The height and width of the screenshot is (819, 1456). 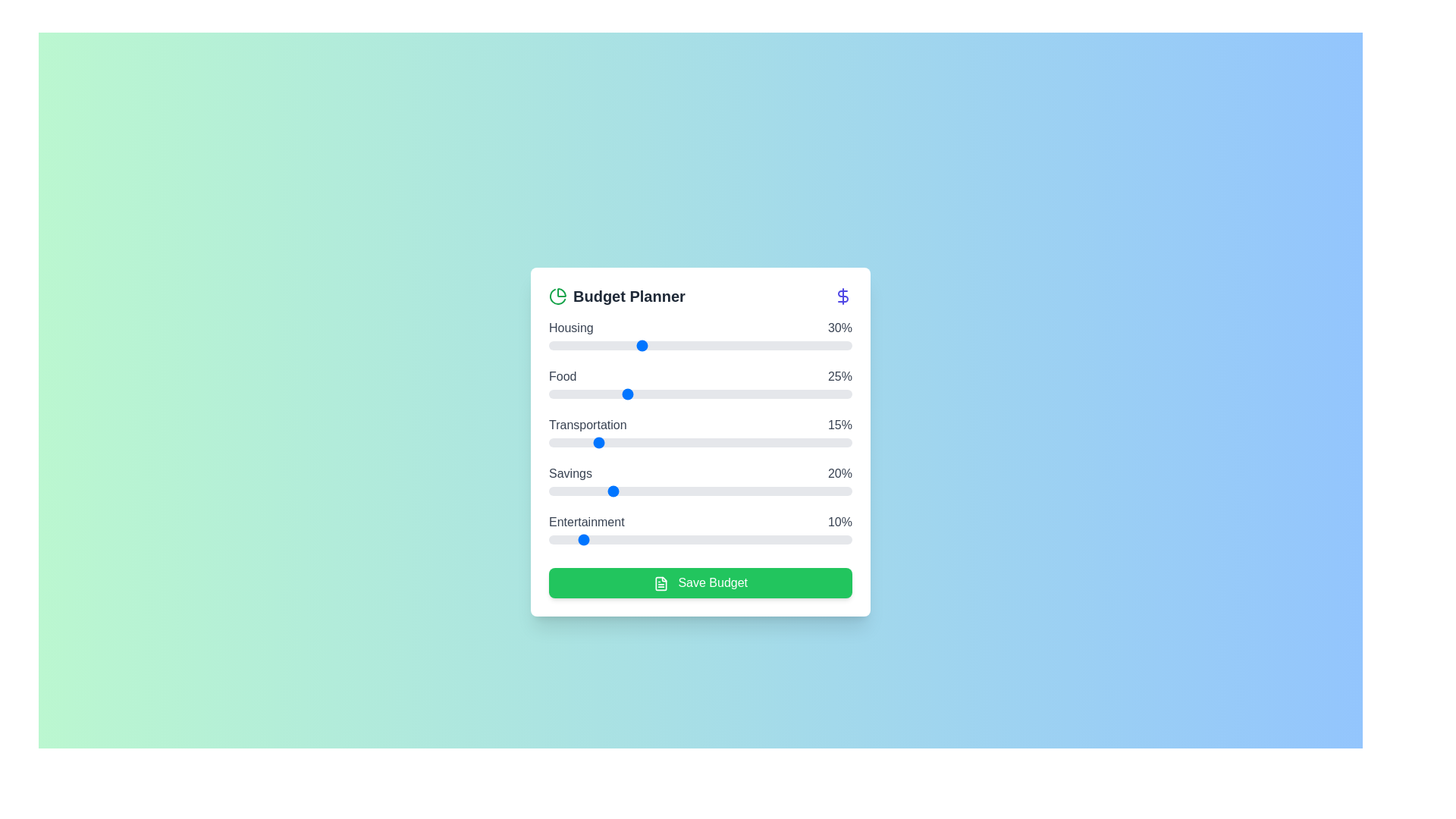 What do you see at coordinates (691, 345) in the screenshot?
I see `the 'Housing' slider to 47% allocation` at bounding box center [691, 345].